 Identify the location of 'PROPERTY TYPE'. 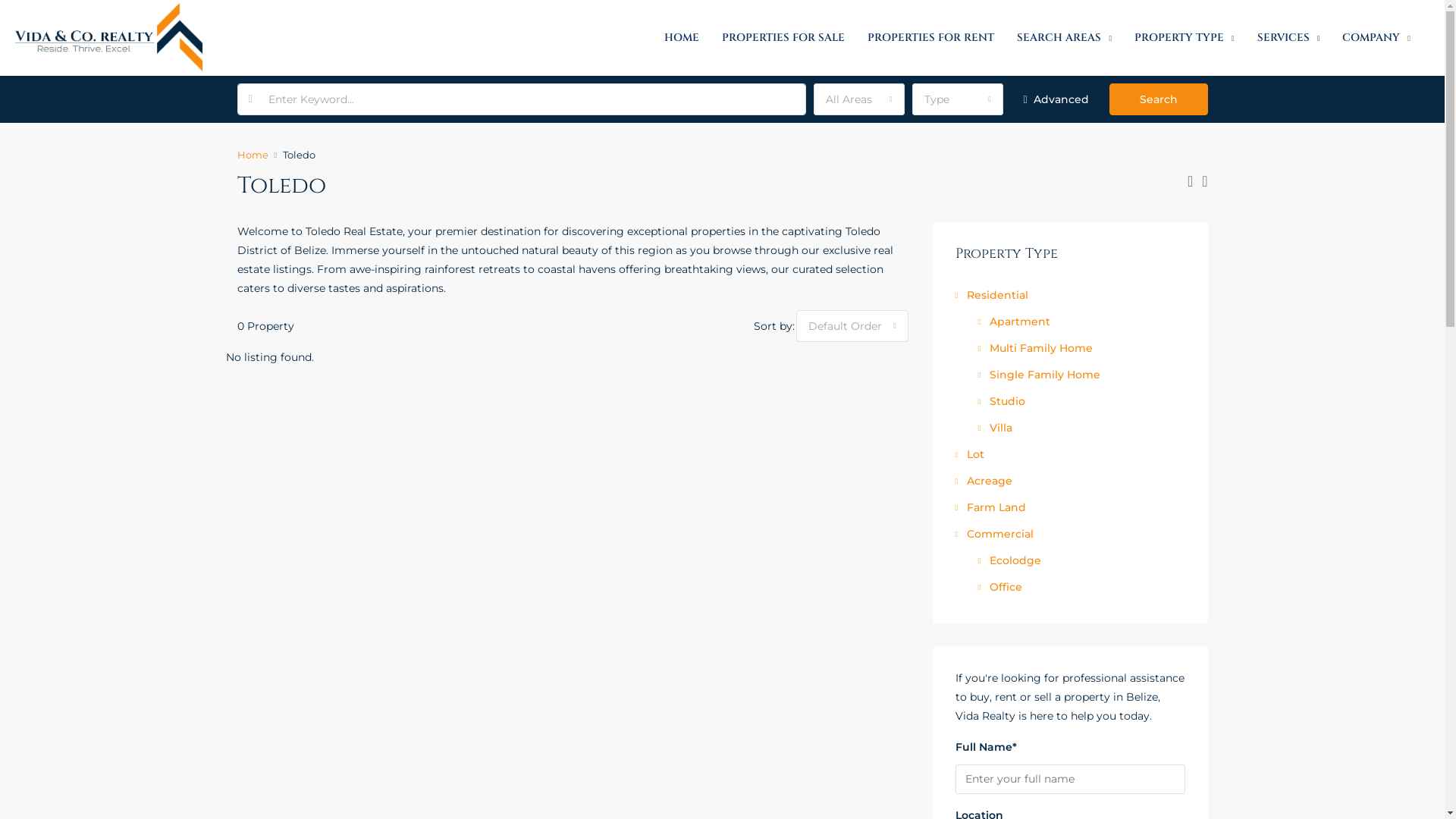
(1183, 37).